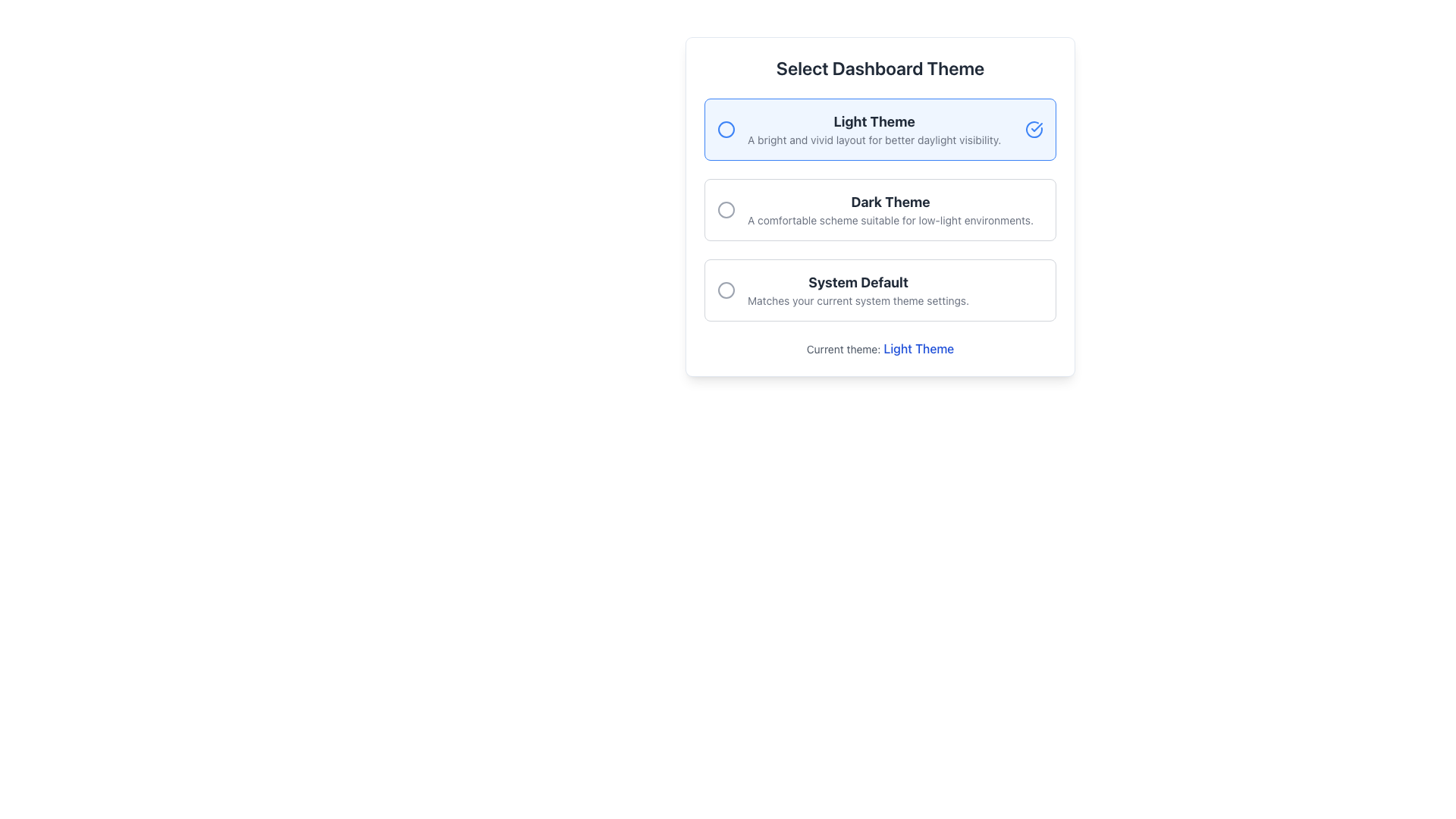 This screenshot has width=1456, height=819. What do you see at coordinates (918, 348) in the screenshot?
I see `the text label element reading 'Light Theme', which is styled in blue and is part of the phrase 'Current theme: Light Theme'` at bounding box center [918, 348].